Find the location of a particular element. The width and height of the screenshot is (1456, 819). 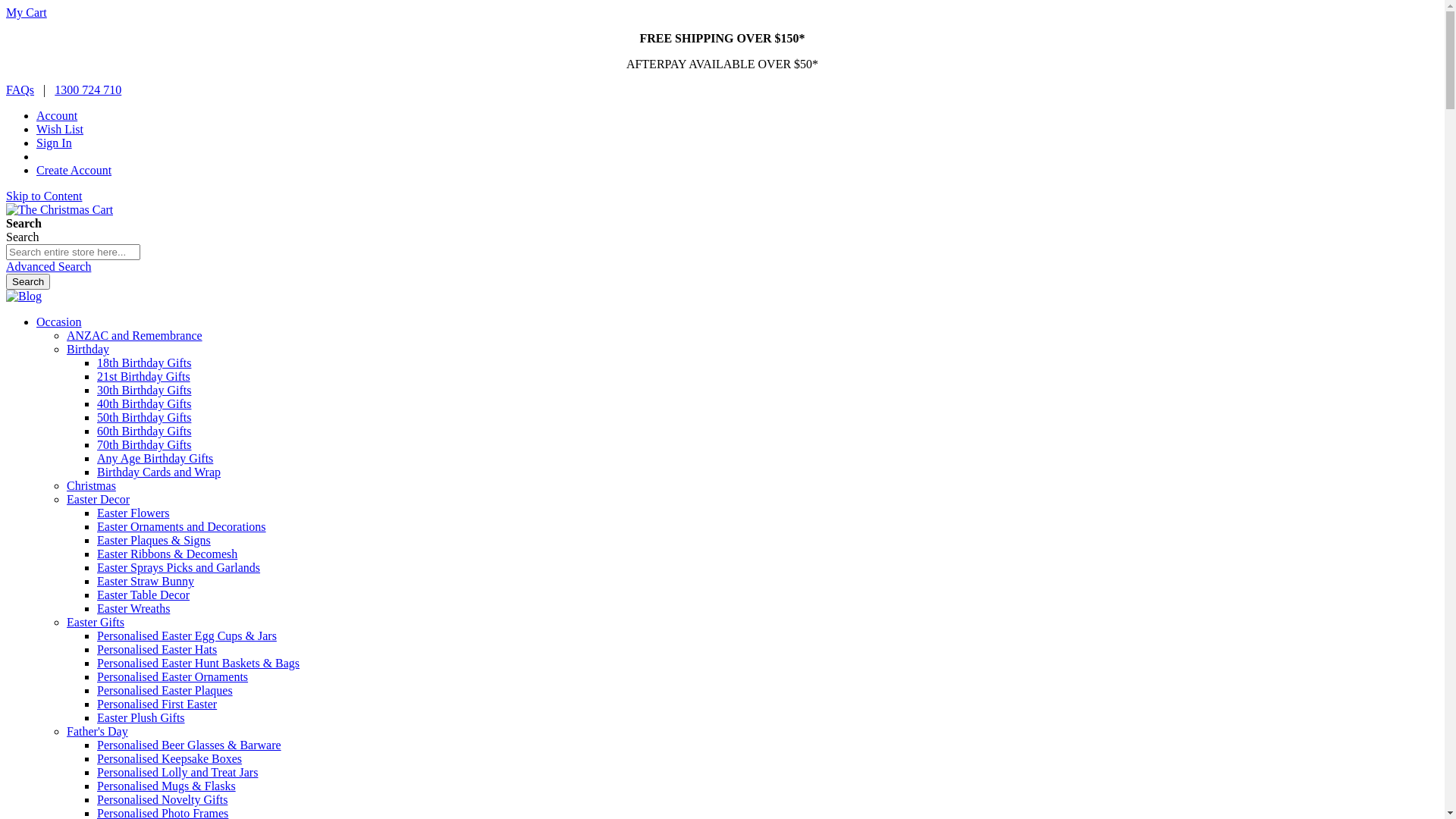

'Personalised Beer Glasses & Barware' is located at coordinates (188, 744).